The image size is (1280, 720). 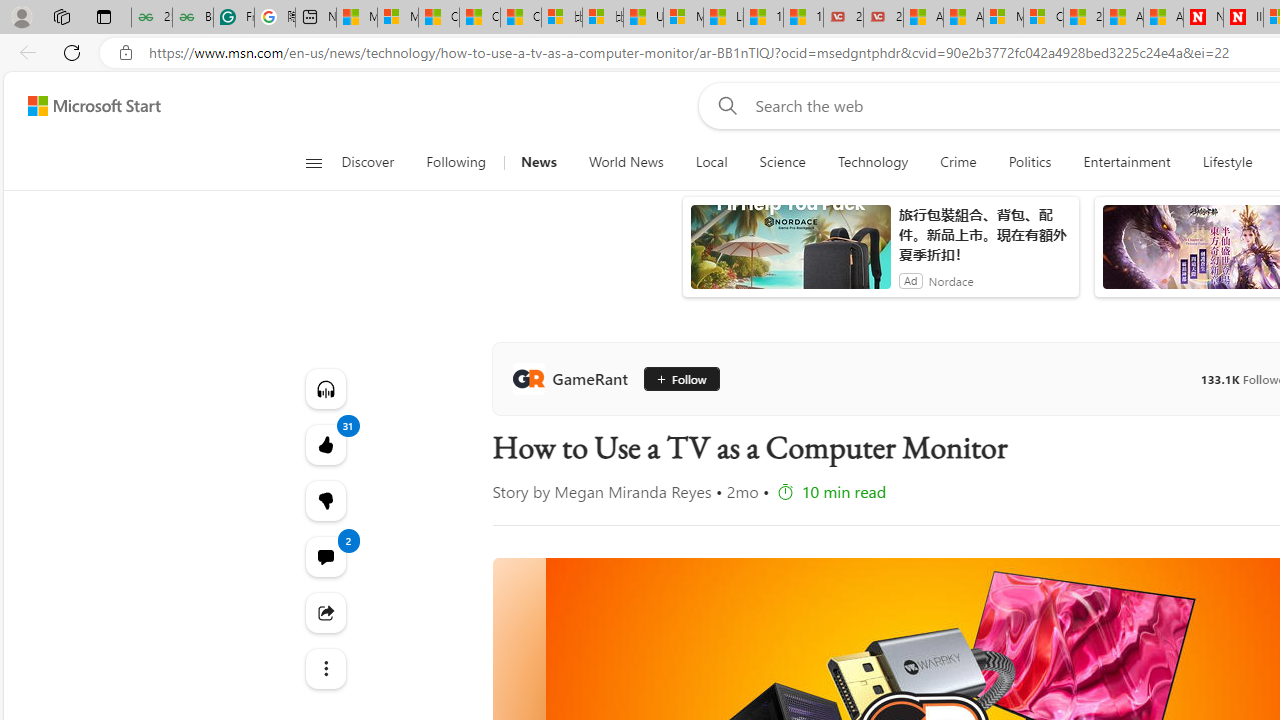 What do you see at coordinates (192, 17) in the screenshot?
I see `'Best SSL Certificates Provider in India - GeeksforGeeks'` at bounding box center [192, 17].